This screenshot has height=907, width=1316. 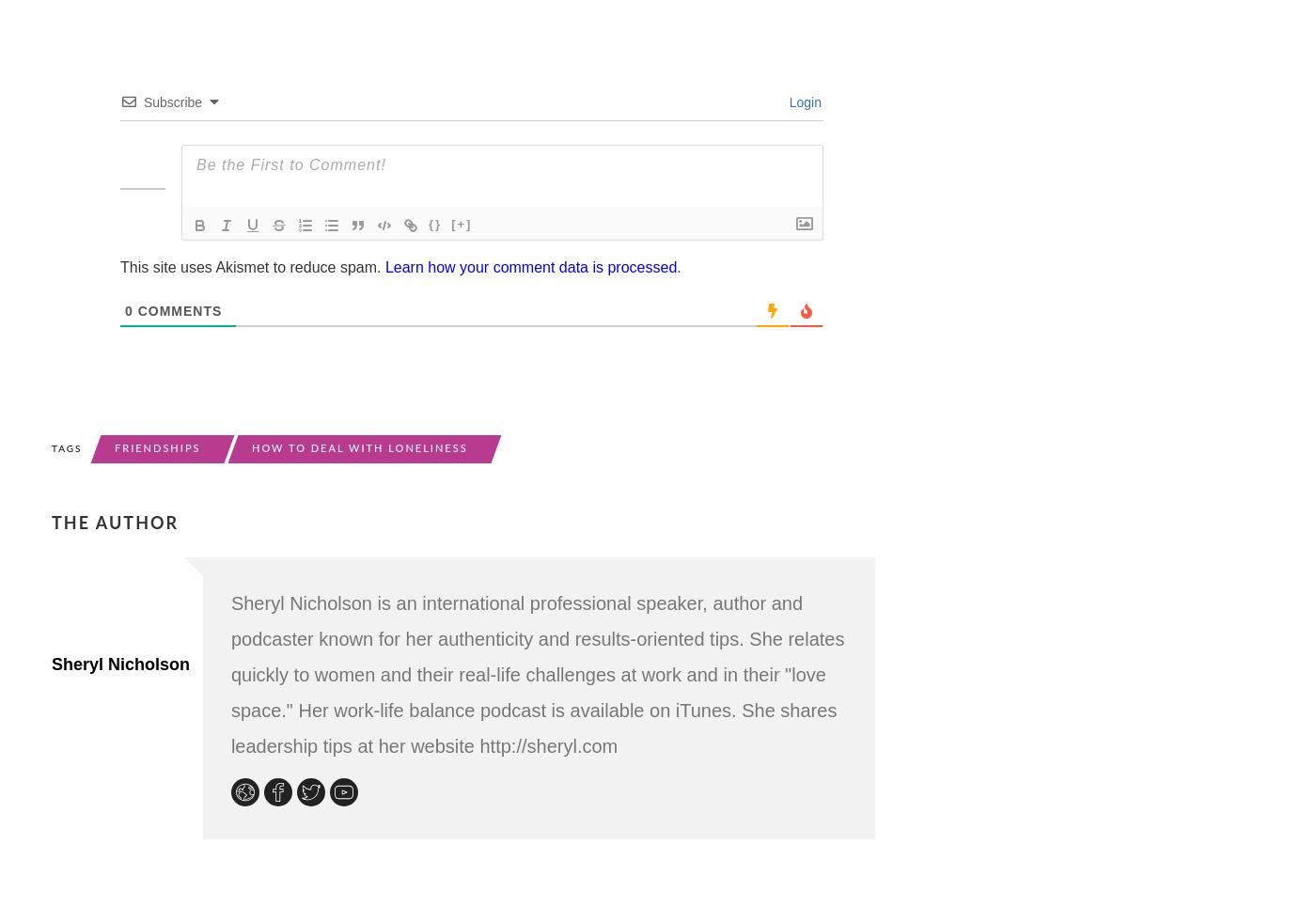 What do you see at coordinates (252, 266) in the screenshot?
I see `'This site uses Akismet to reduce spam.'` at bounding box center [252, 266].